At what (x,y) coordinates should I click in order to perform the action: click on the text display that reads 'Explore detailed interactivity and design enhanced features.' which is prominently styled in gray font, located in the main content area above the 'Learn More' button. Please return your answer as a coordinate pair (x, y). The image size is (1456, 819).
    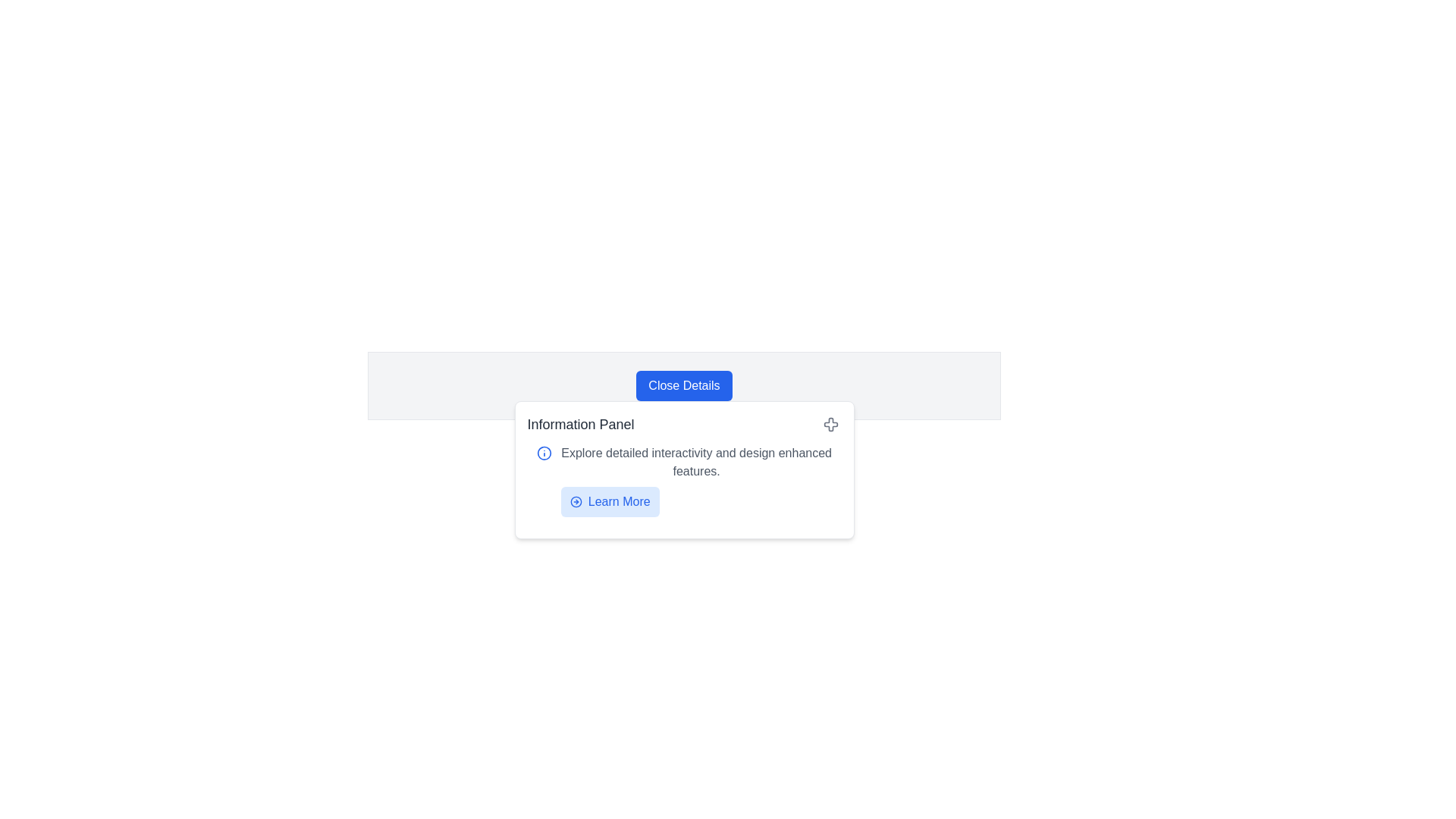
    Looking at the image, I should click on (695, 461).